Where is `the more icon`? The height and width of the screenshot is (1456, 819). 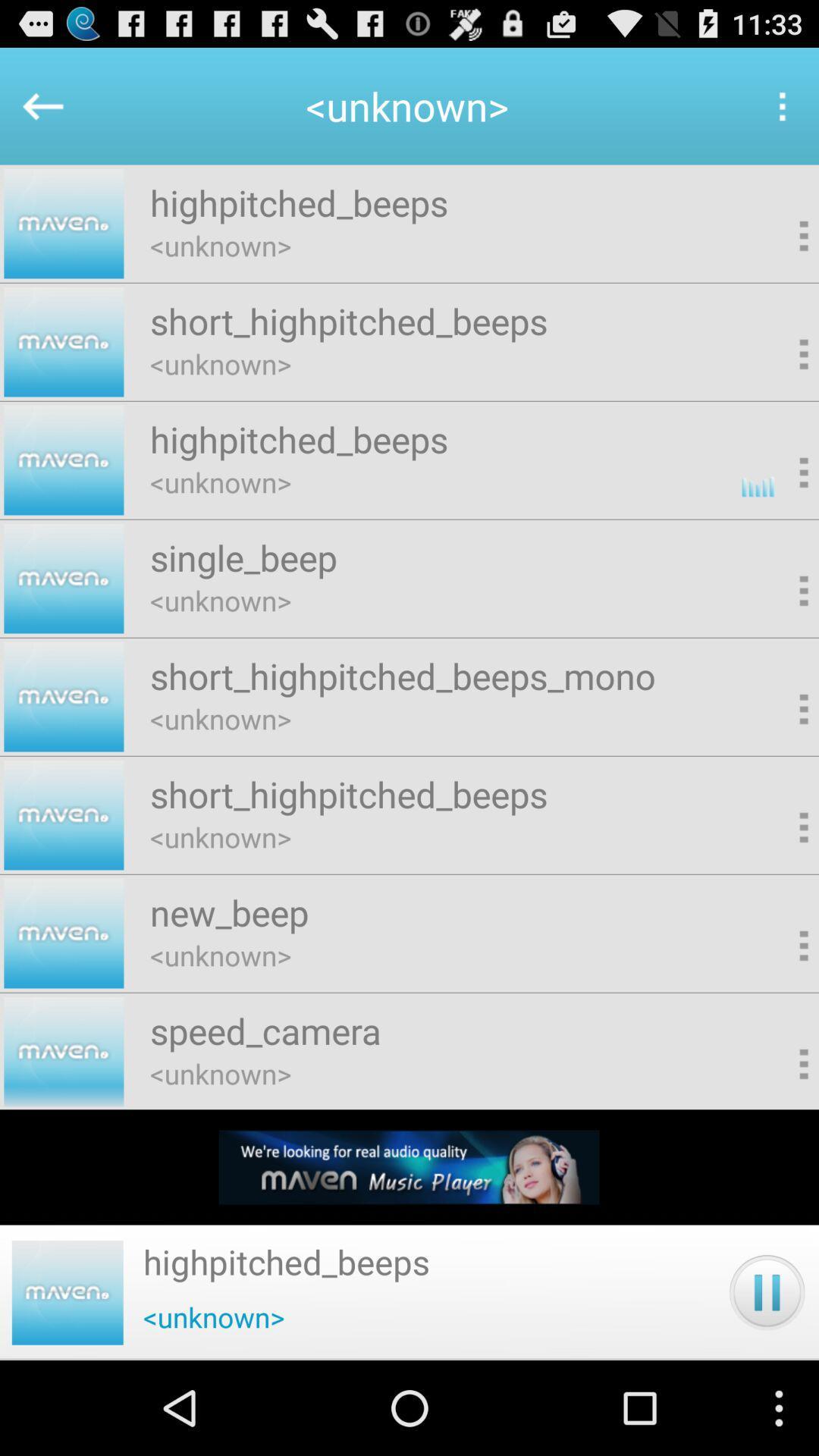
the more icon is located at coordinates (779, 380).